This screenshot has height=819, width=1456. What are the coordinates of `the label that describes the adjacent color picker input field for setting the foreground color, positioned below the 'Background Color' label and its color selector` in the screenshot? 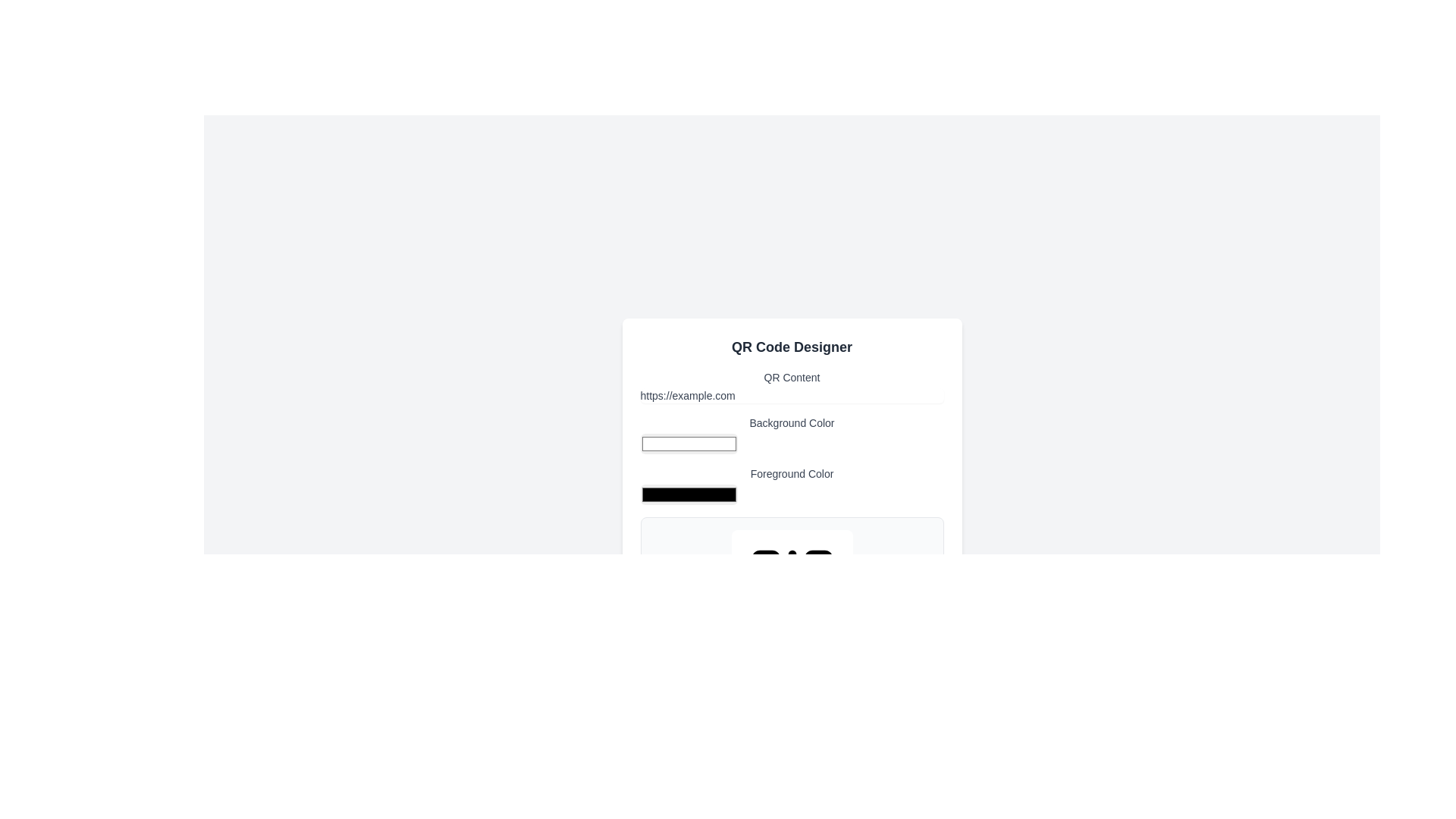 It's located at (791, 485).